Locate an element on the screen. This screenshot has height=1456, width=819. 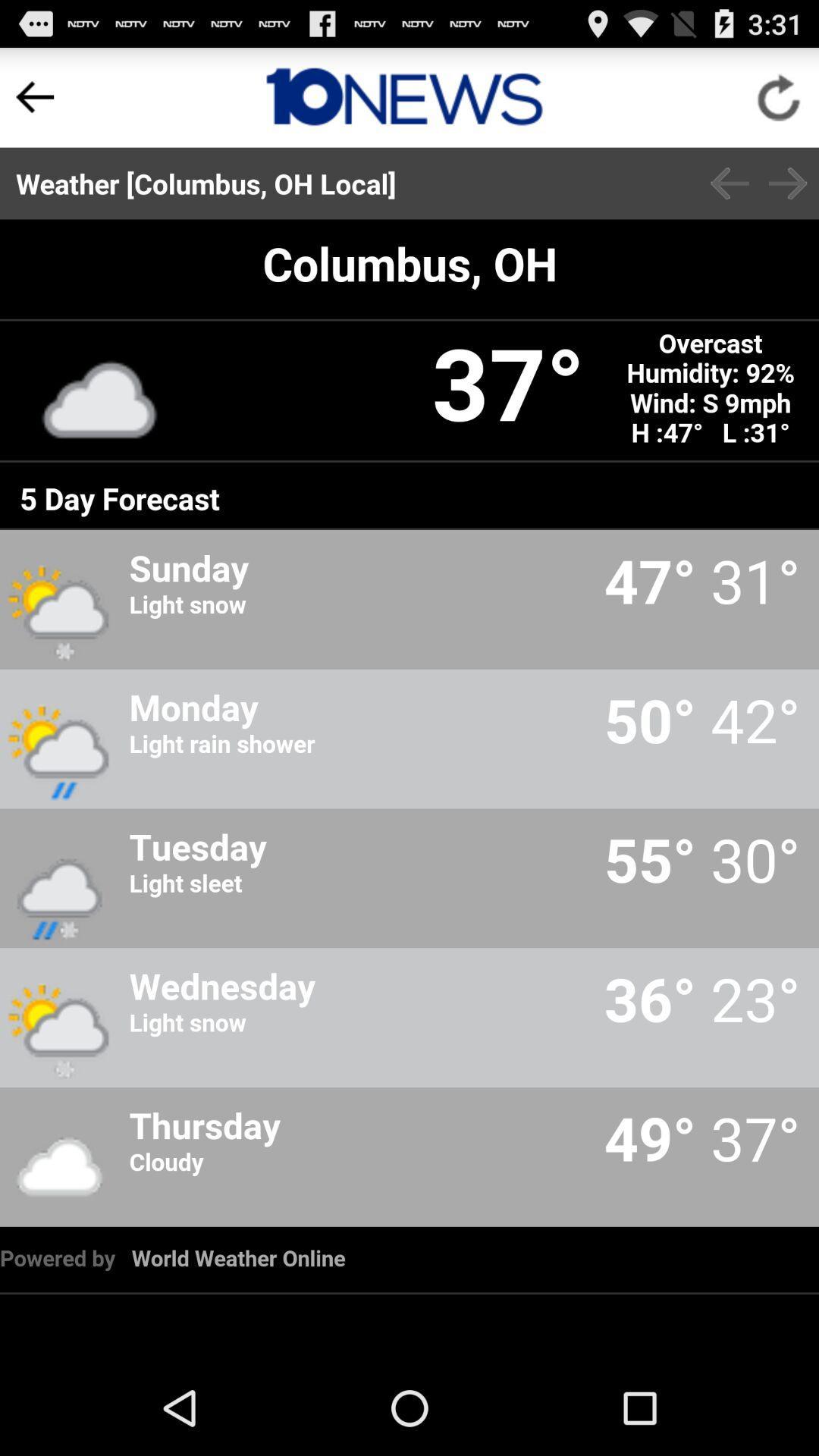
previous is located at coordinates (729, 183).